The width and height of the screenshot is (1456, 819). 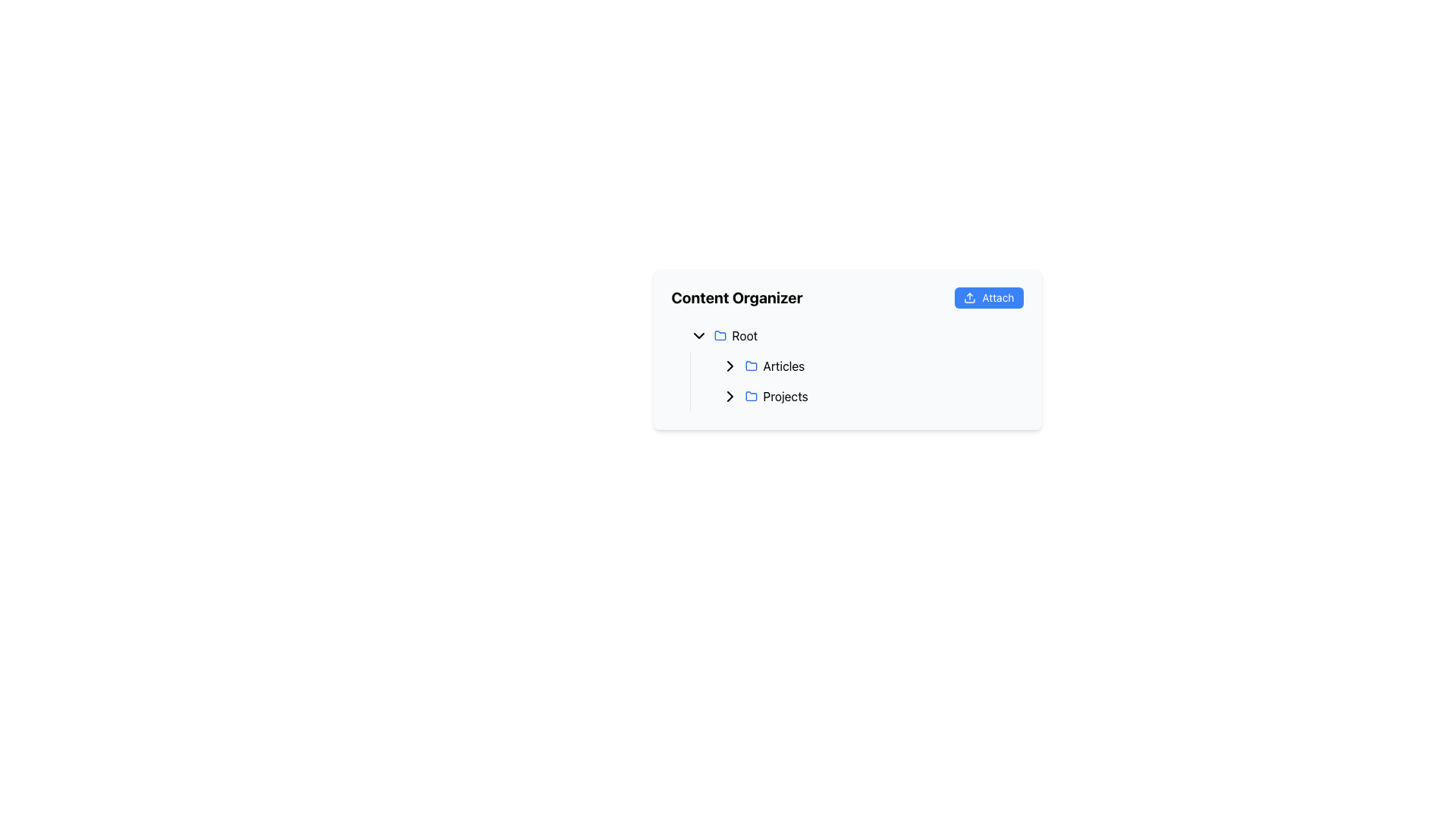 I want to click on the folder icon located to the immediate left of the 'Root' text label, so click(x=719, y=334).